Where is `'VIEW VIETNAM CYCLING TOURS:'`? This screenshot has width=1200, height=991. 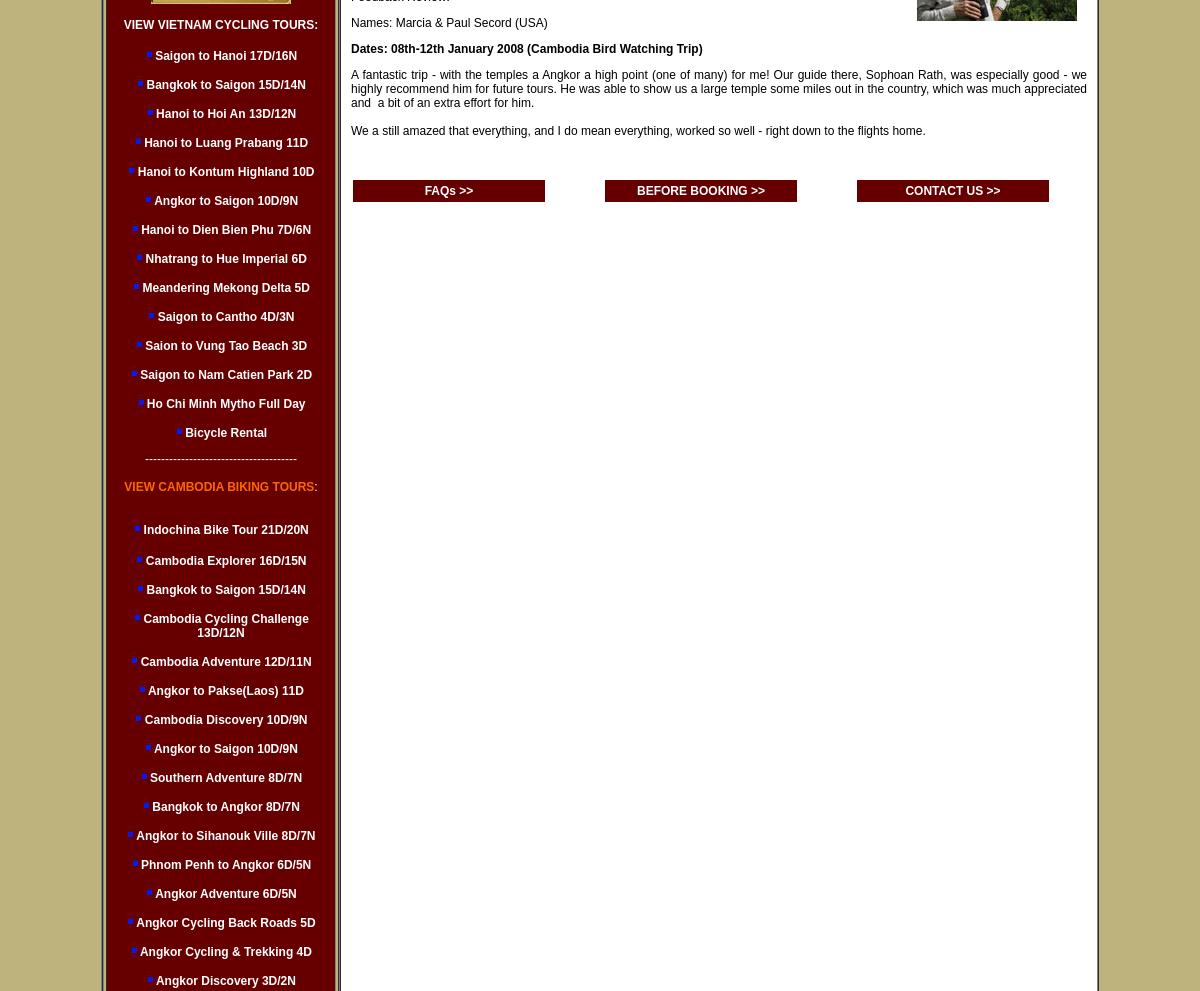 'VIEW VIETNAM CYCLING TOURS:' is located at coordinates (122, 23).